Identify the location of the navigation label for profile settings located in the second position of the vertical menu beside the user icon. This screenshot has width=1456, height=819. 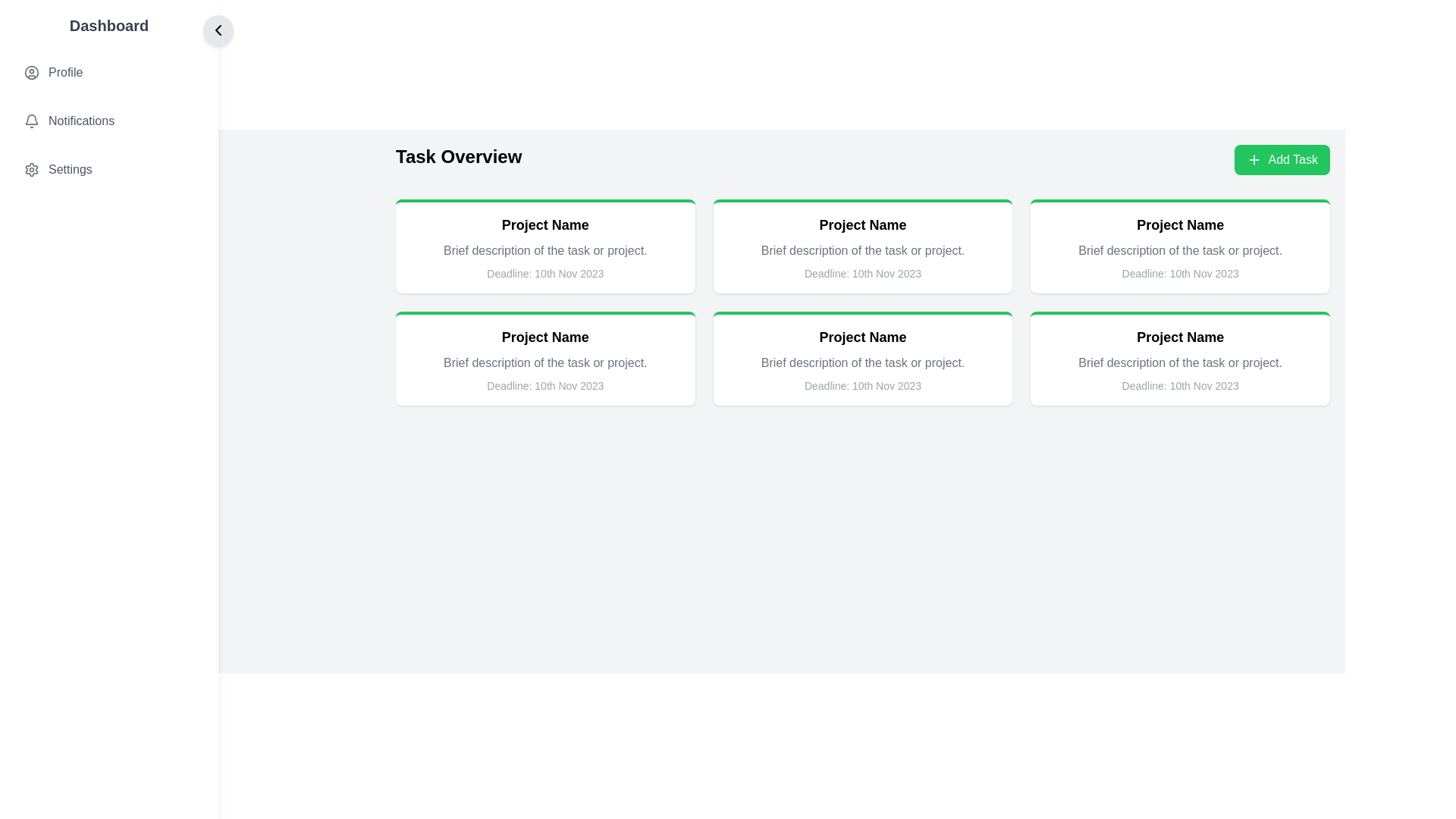
(64, 73).